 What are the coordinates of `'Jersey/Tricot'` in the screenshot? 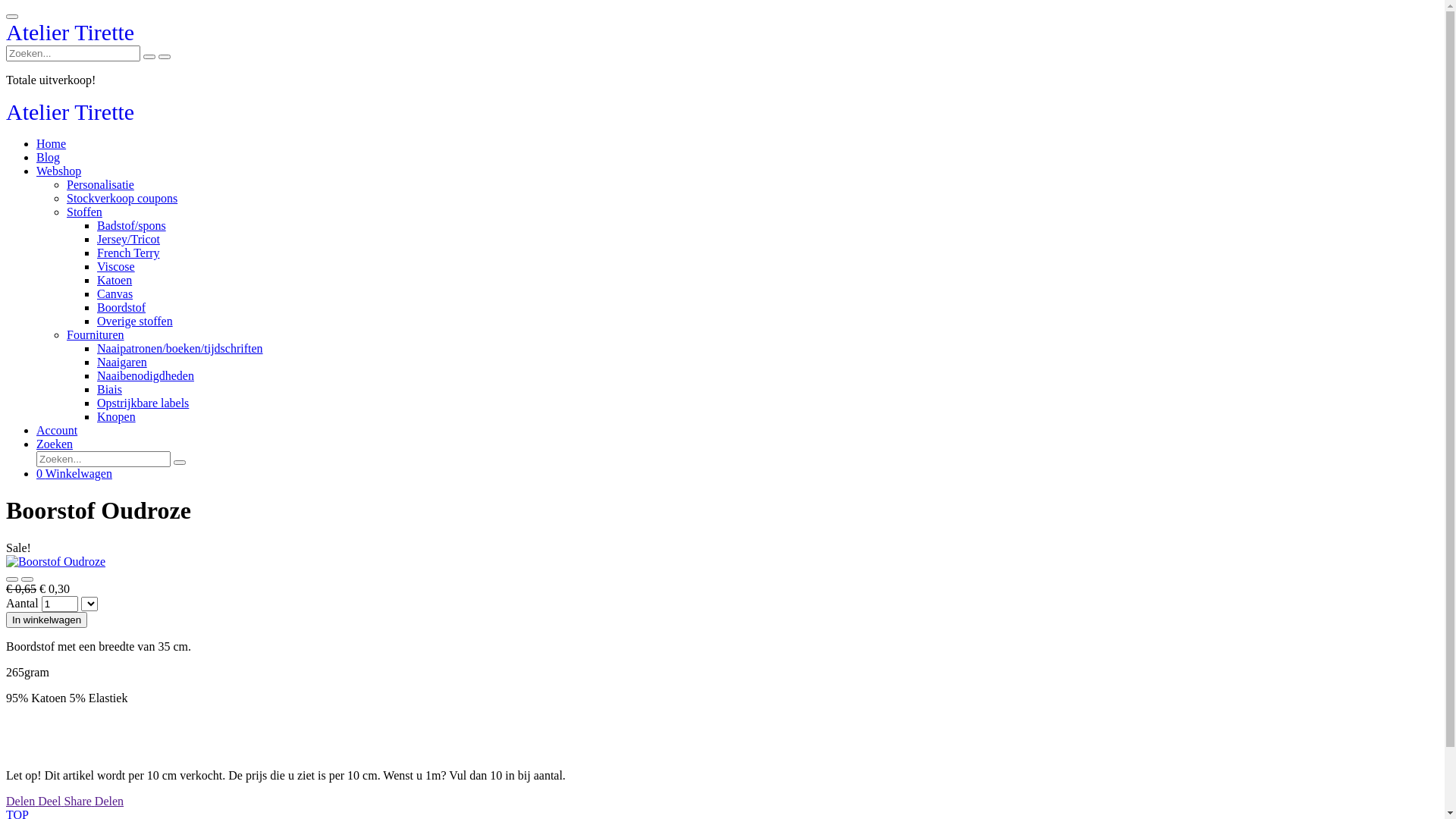 It's located at (128, 239).